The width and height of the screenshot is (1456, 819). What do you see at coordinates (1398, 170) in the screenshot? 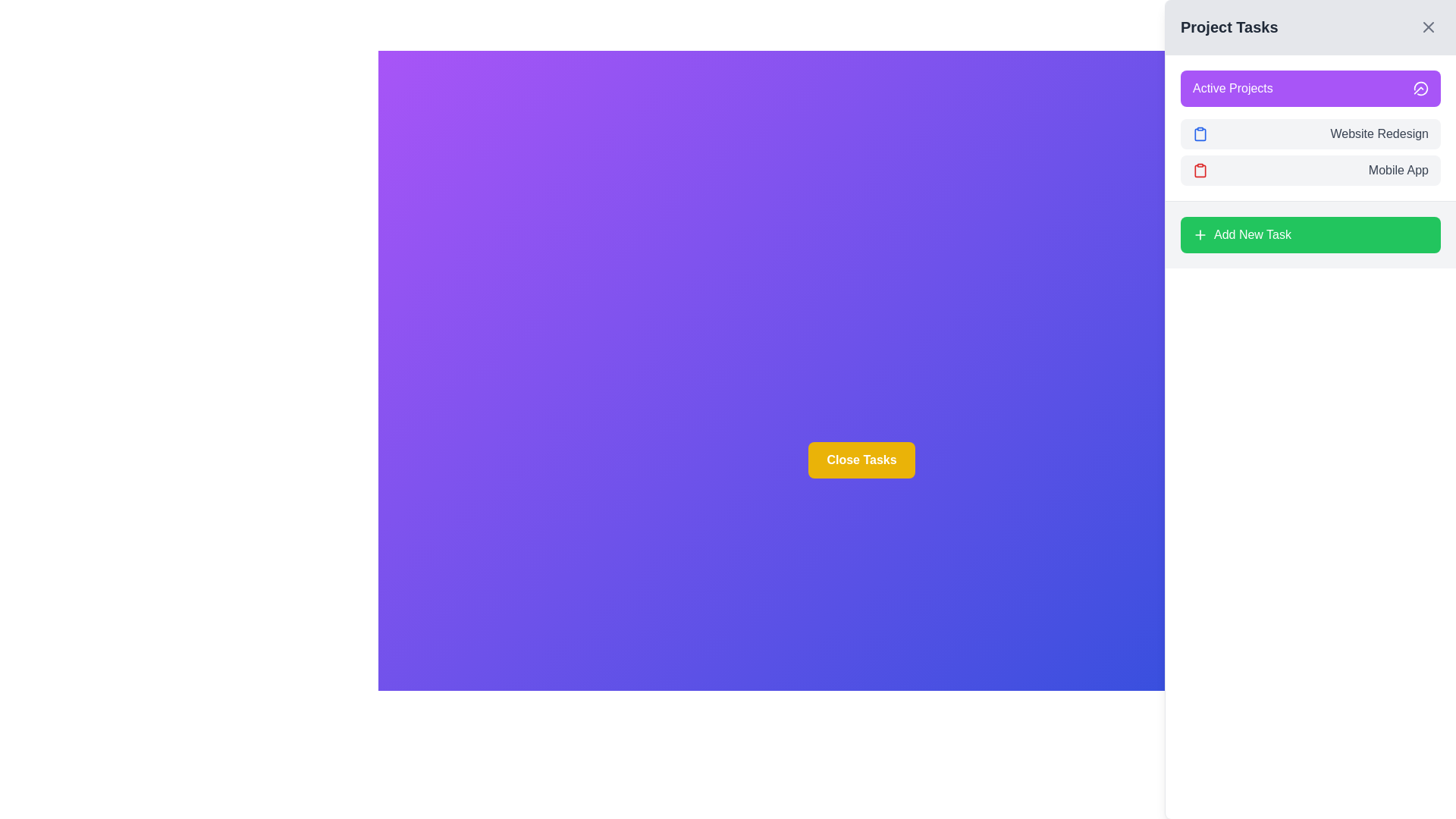
I see `the static text label 'Mobile App' that serves as a descriptor for a task or project in the project management interface` at bounding box center [1398, 170].